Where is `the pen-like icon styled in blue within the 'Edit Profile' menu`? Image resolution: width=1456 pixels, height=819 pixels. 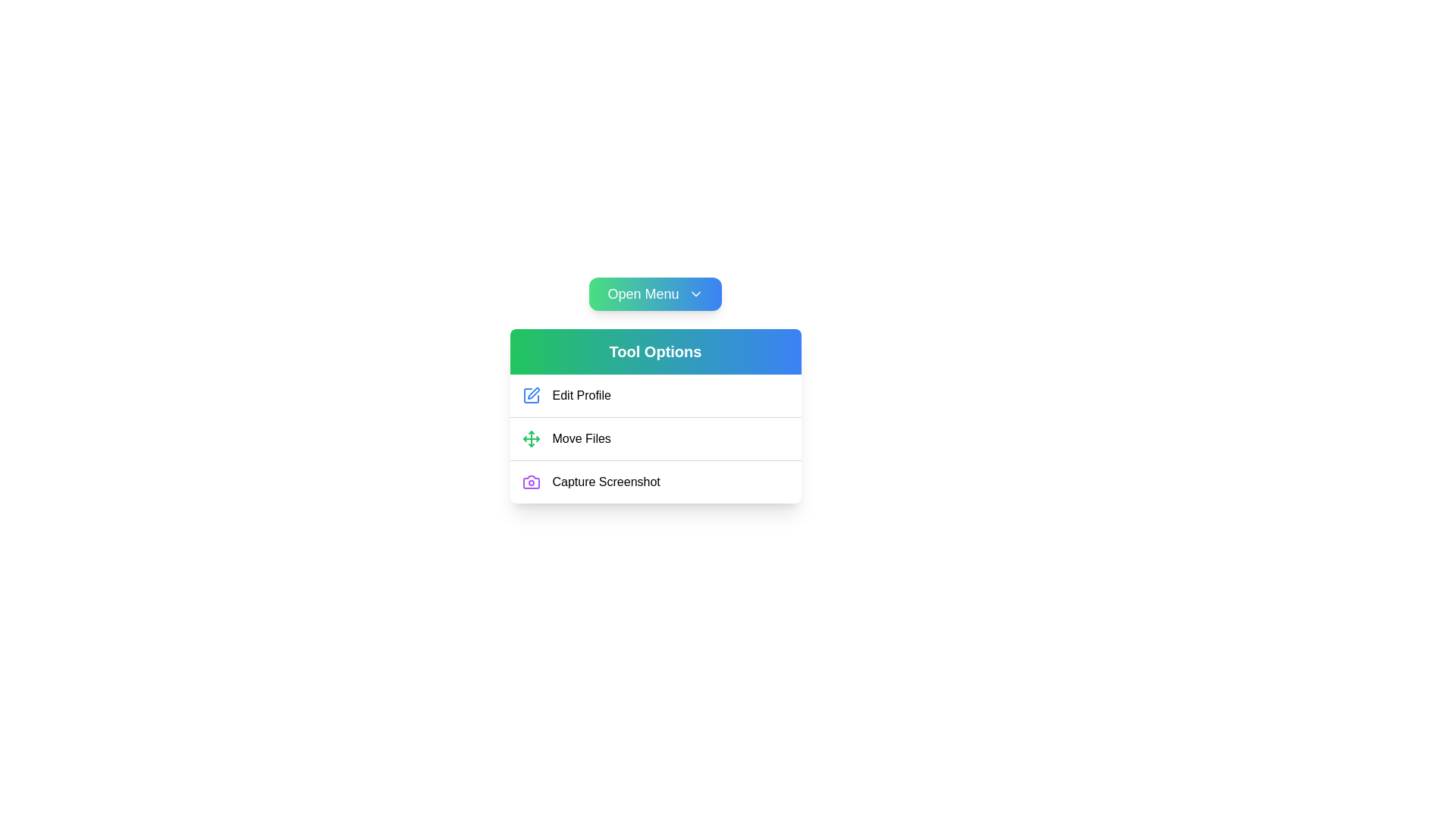 the pen-like icon styled in blue within the 'Edit Profile' menu is located at coordinates (533, 393).